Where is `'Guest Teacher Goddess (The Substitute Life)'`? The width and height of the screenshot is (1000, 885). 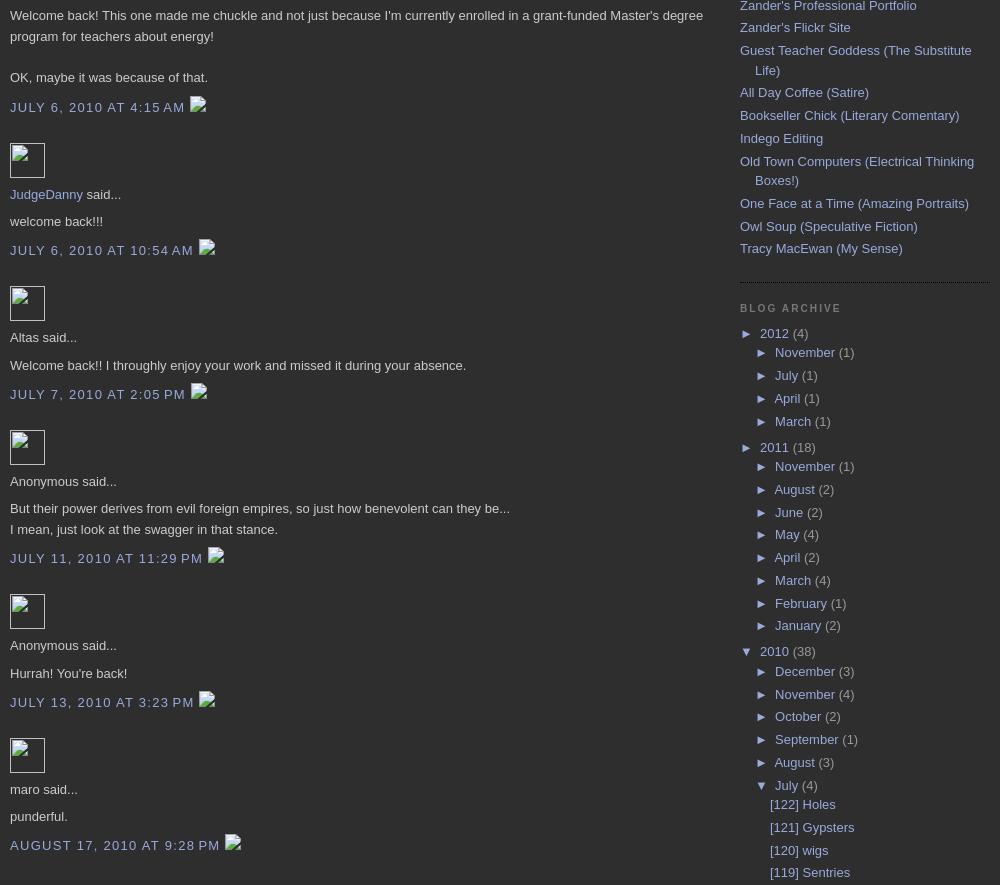
'Guest Teacher Goddess (The Substitute Life)' is located at coordinates (854, 59).